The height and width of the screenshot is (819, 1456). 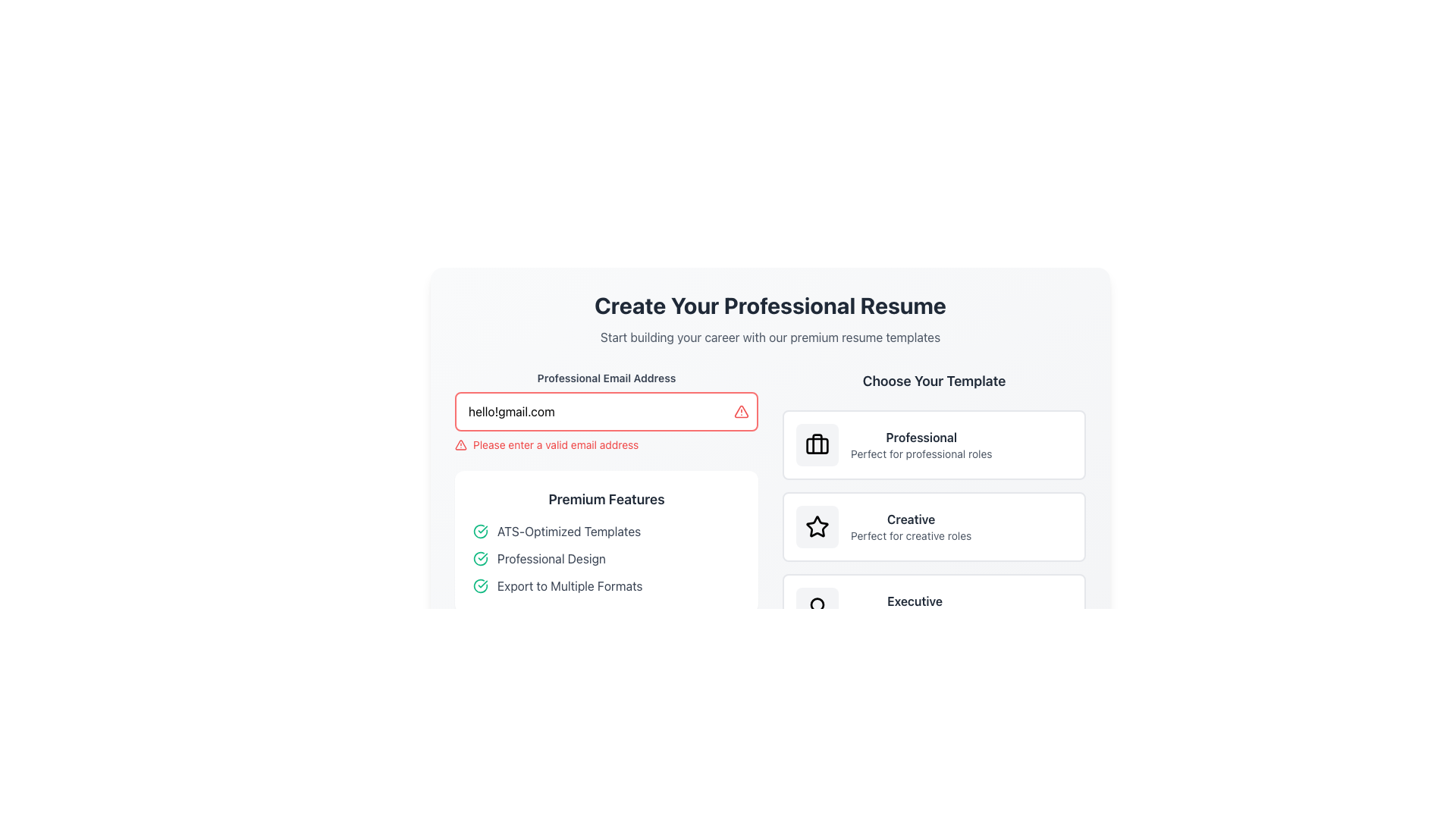 I want to click on the 'ATS-Optimized Templates' text or the accompanying checkmark icon located in the 'Premium Features' section, which is the first entry in the list of features, so click(x=607, y=531).